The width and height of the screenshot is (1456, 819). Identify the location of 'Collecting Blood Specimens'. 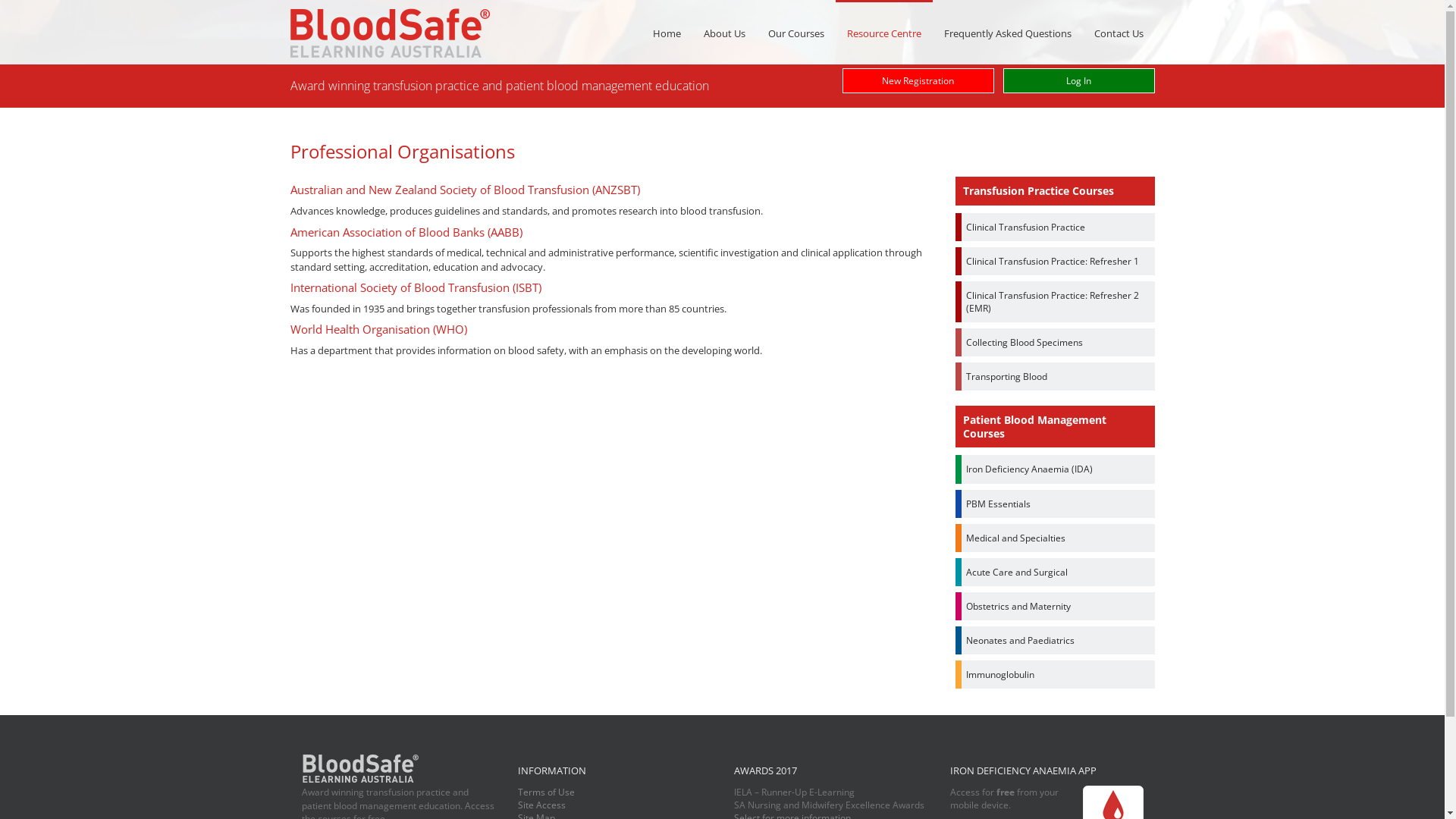
(954, 342).